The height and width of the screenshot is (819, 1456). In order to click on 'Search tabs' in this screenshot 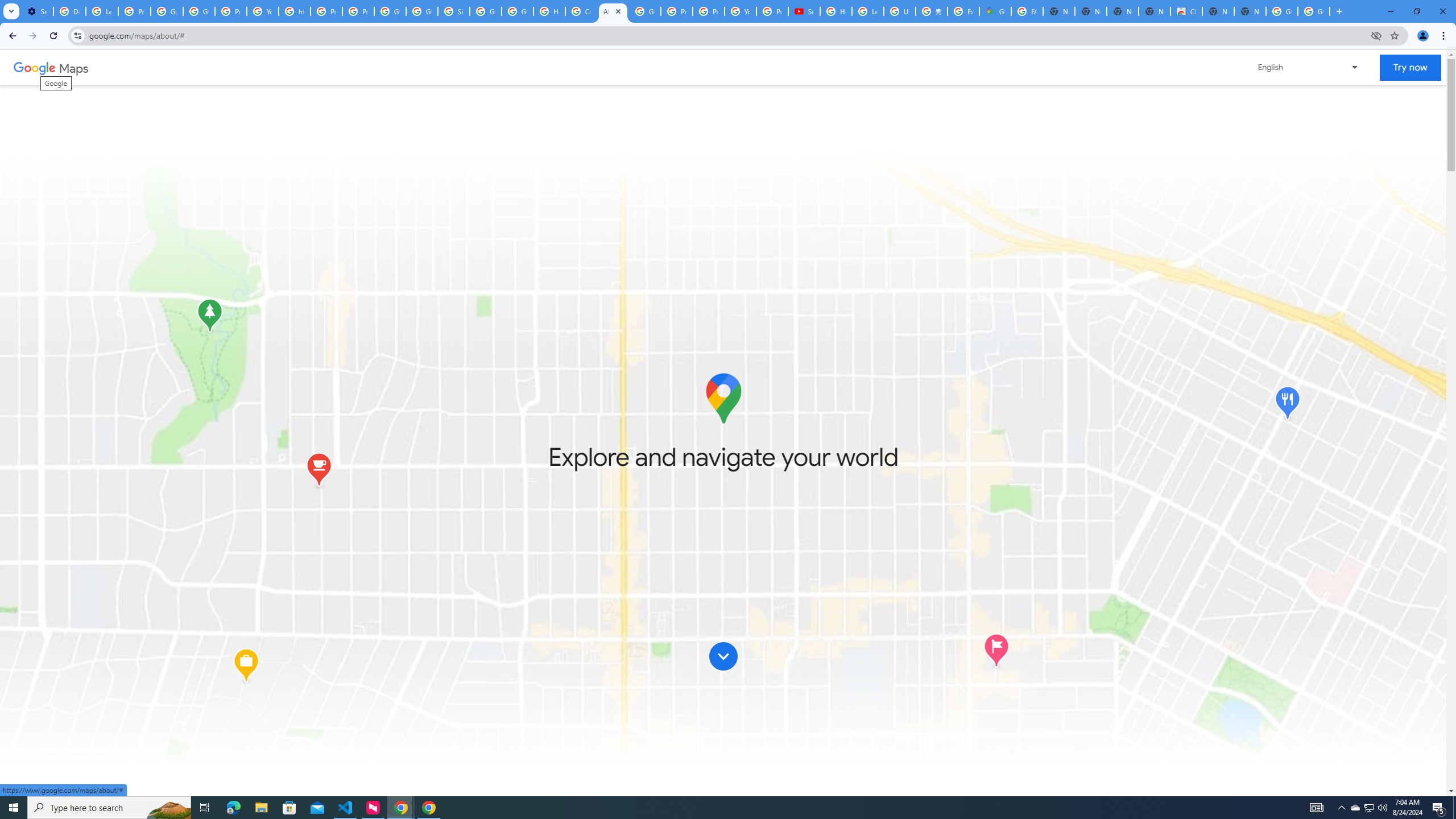, I will do `click(11, 11)`.